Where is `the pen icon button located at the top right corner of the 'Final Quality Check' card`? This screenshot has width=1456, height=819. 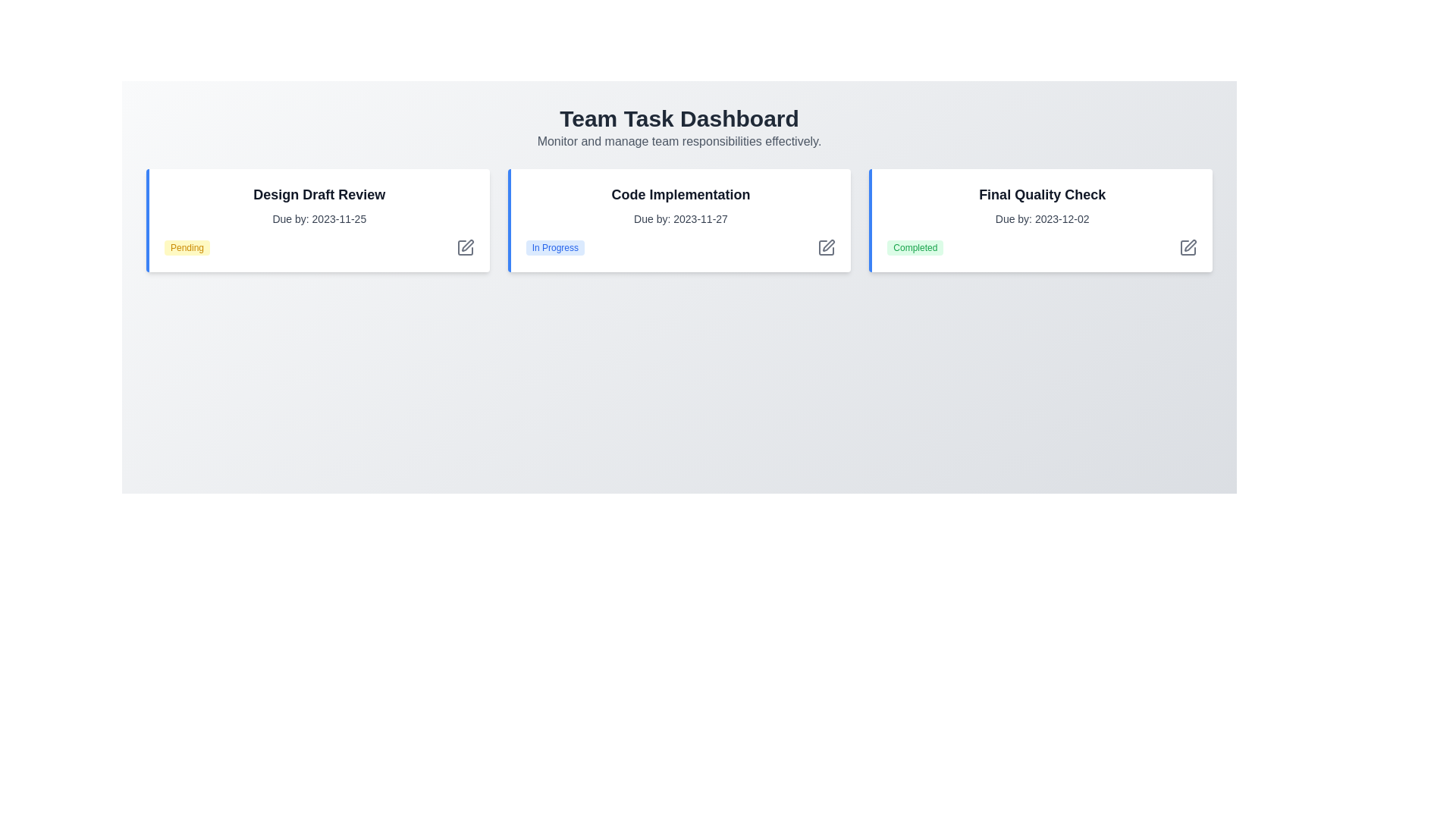
the pen icon button located at the top right corner of the 'Final Quality Check' card is located at coordinates (1187, 247).